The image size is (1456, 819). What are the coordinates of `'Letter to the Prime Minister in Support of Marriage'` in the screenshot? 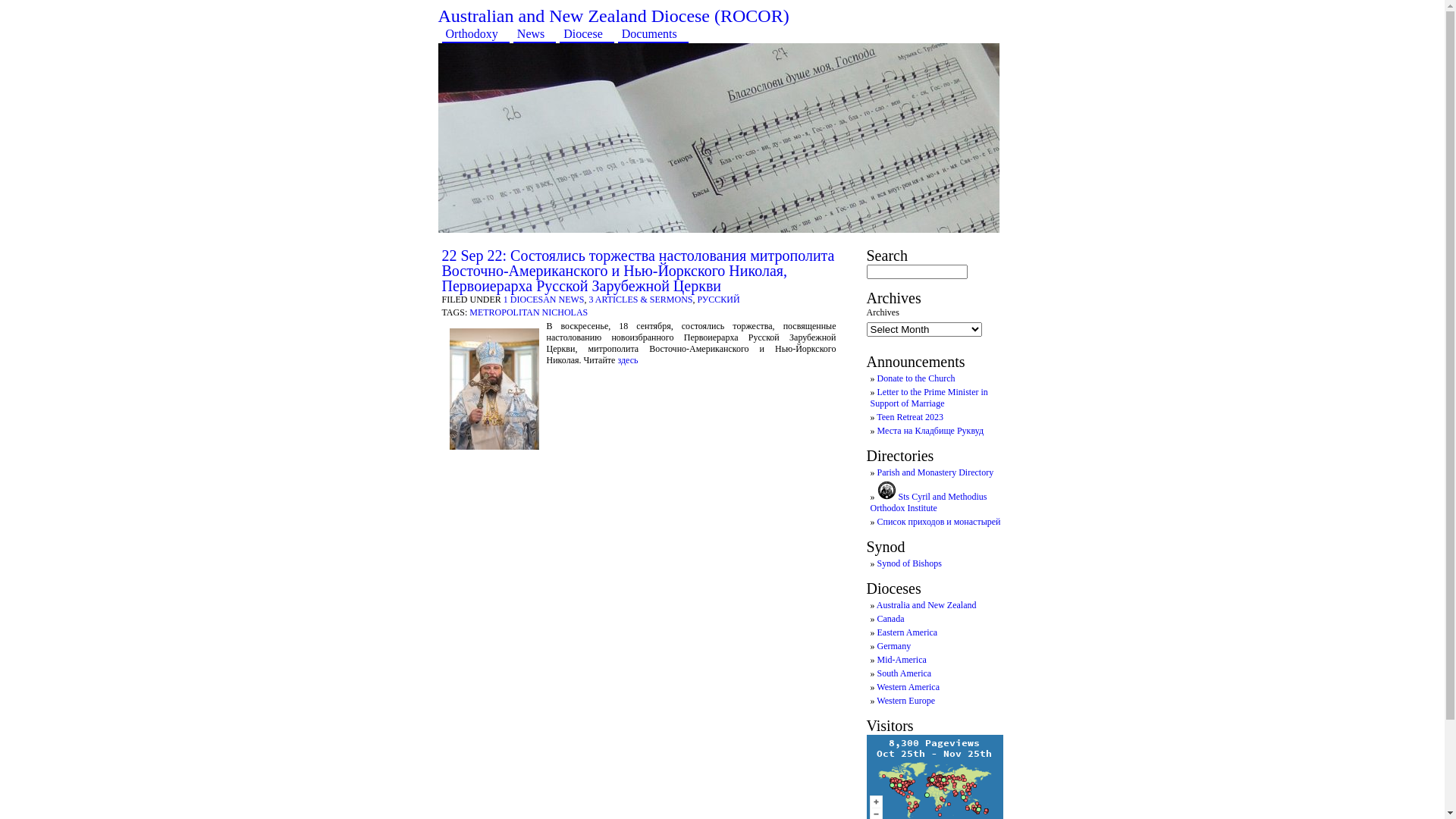 It's located at (928, 397).